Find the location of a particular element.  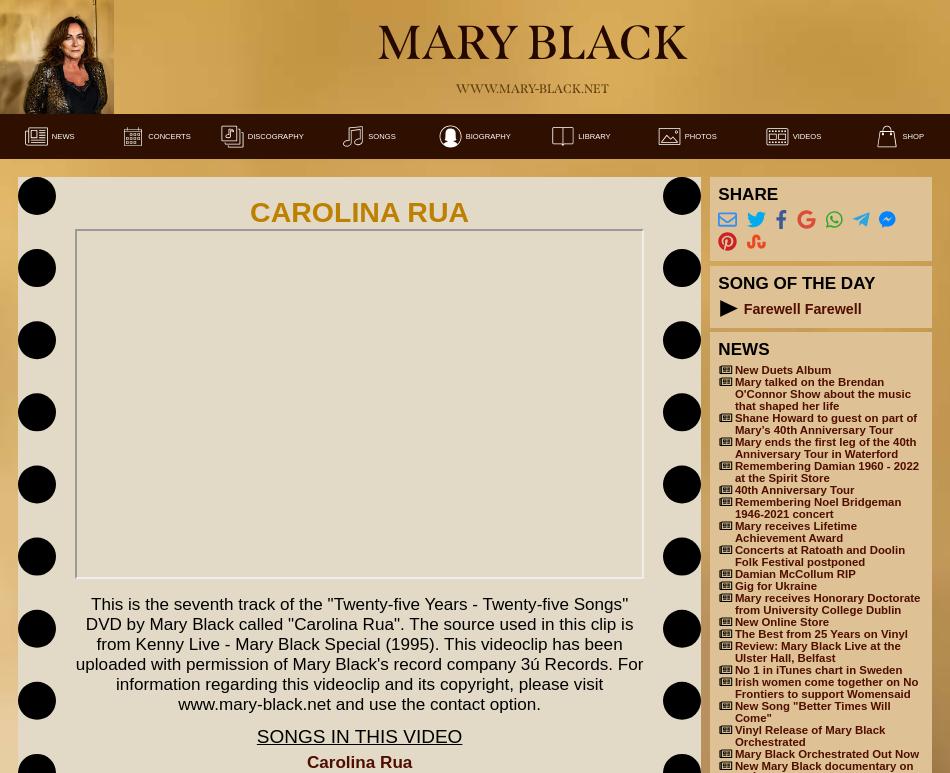

'This is the seventh track of the "Twenty-five Years - Twenty-five Songs" DVD by Mary Black called "Carolina Rua". The source used in this clip is from Kenny Live - Mary Black Special (1995). 

This videoclip has been uploaded with permission of Mary Black's record company 3ú Records. For information regarding this videoclip and its copyright, please visit www.mary-black.net and use the contact option.' is located at coordinates (74, 654).